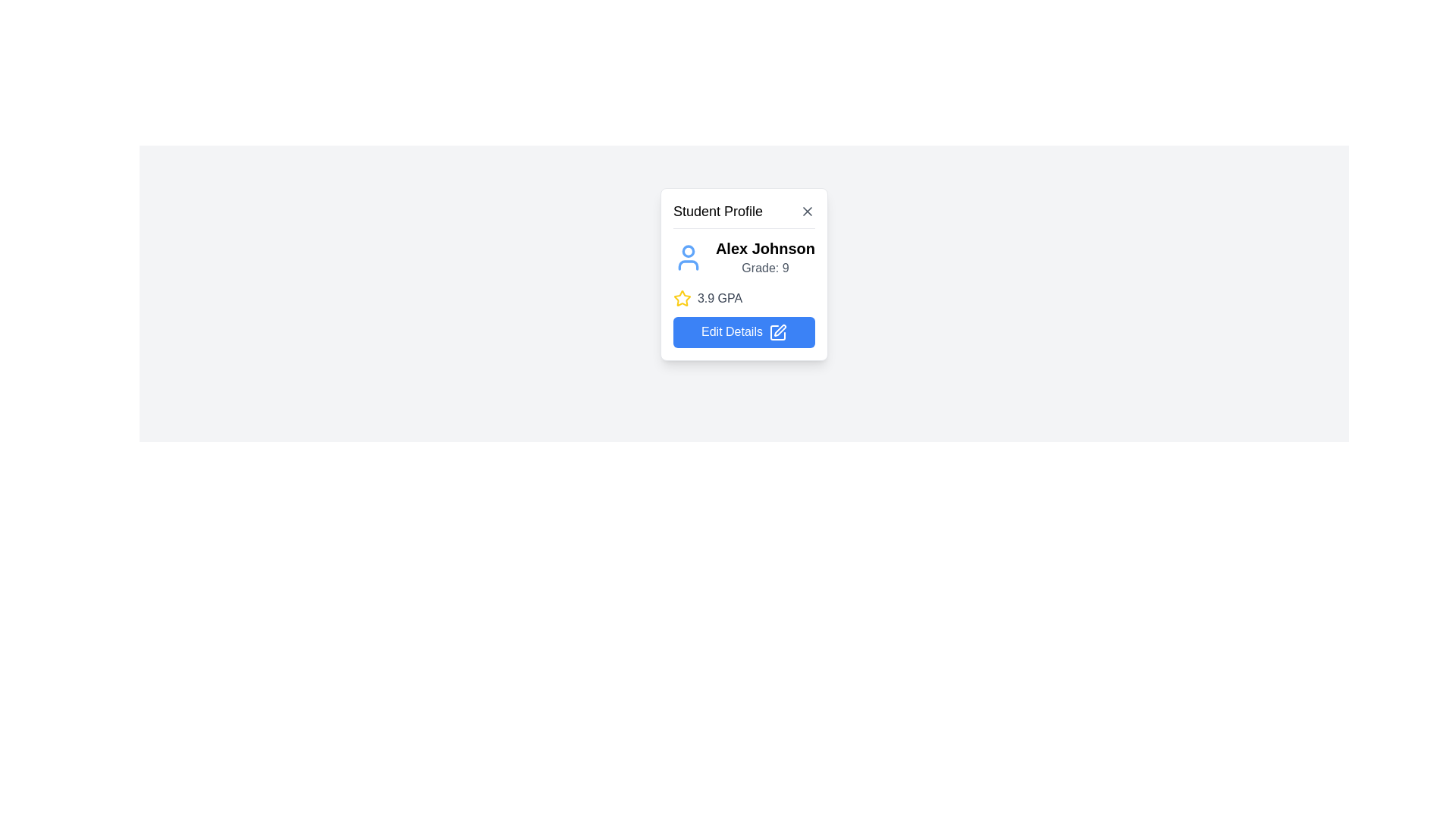 This screenshot has height=819, width=1456. Describe the element at coordinates (744, 331) in the screenshot. I see `the 'Edit Details' button with a blue background and white text, located beneath the '3.9 GPA' text in the 'Student Profile' card` at that location.